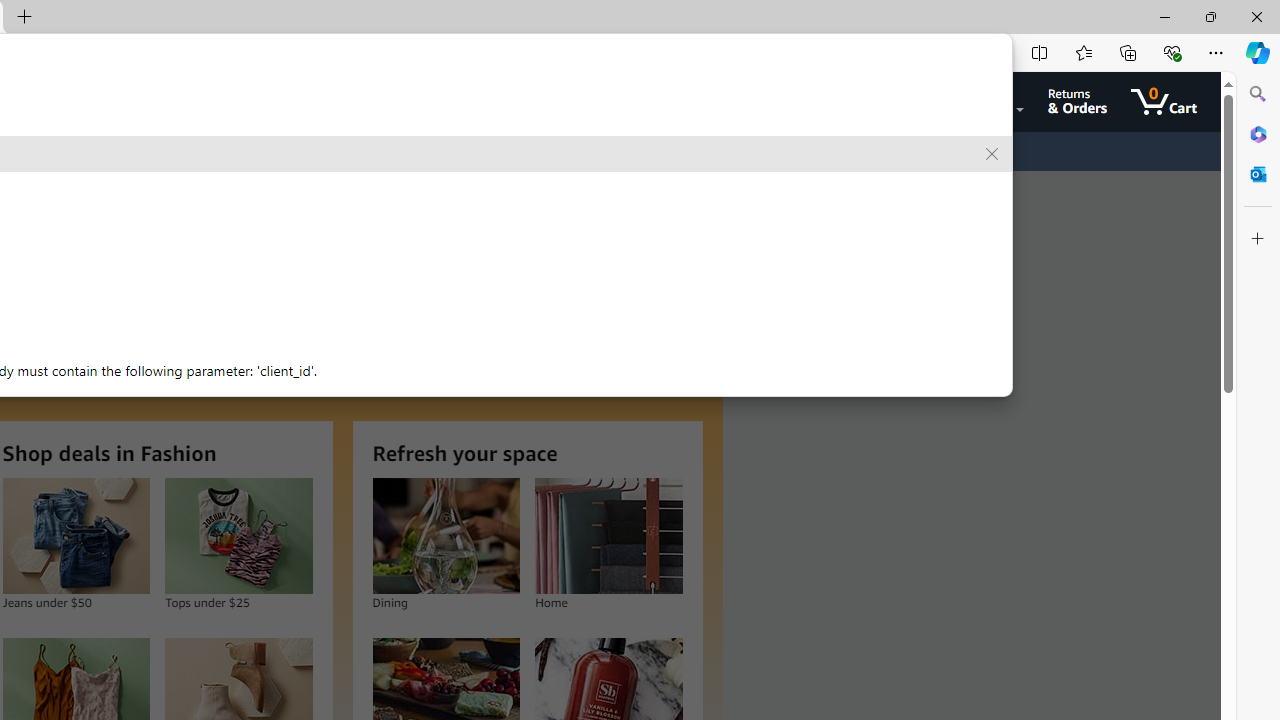  What do you see at coordinates (1257, 51) in the screenshot?
I see `'Copilot (Ctrl+Shift+.)'` at bounding box center [1257, 51].